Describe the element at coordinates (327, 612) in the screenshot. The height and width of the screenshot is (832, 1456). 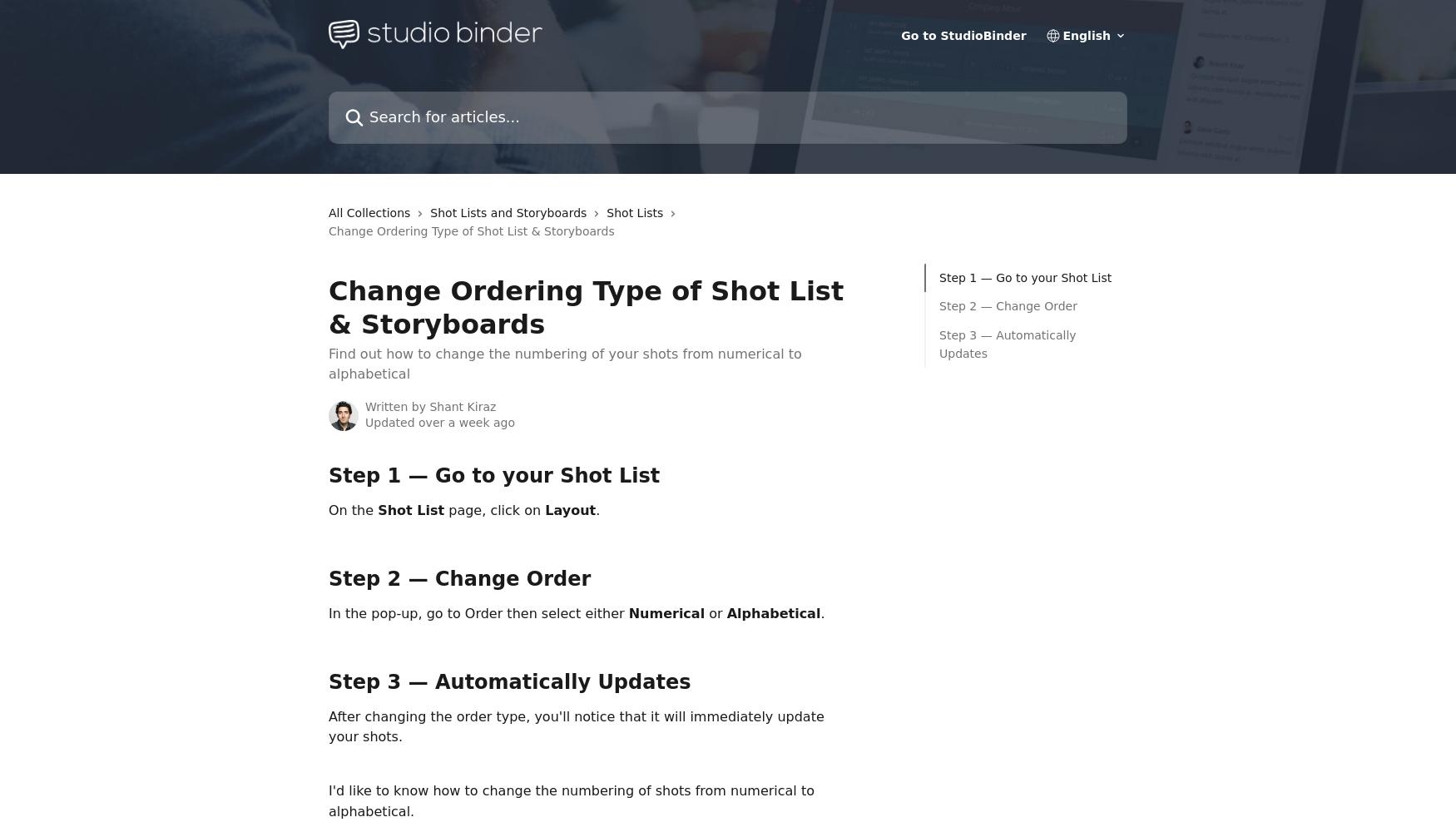
I see `'In the pop-up, go to Order then select either'` at that location.